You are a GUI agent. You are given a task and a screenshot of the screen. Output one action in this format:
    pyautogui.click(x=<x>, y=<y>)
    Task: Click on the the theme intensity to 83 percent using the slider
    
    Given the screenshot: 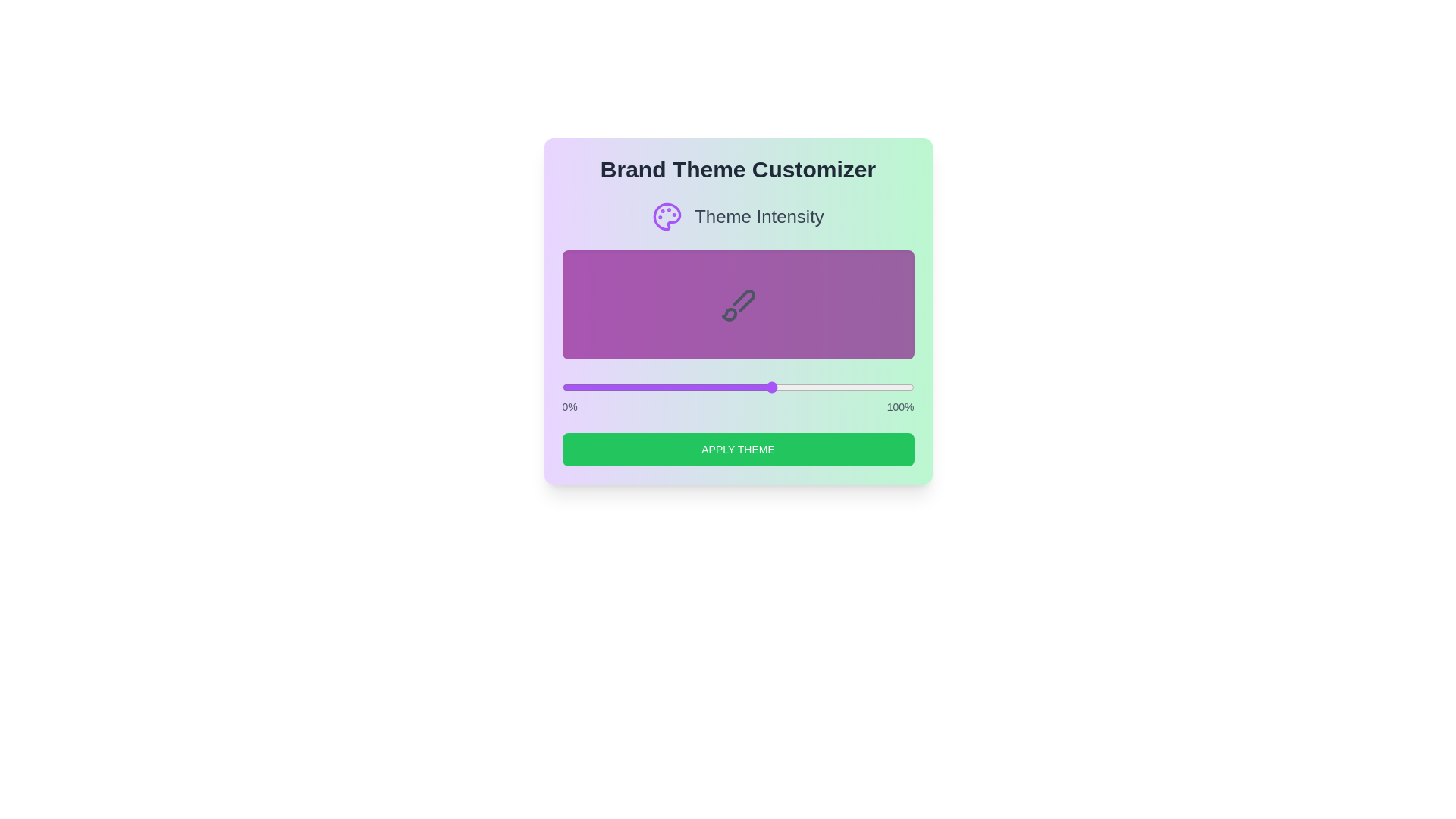 What is the action you would take?
    pyautogui.click(x=854, y=386)
    